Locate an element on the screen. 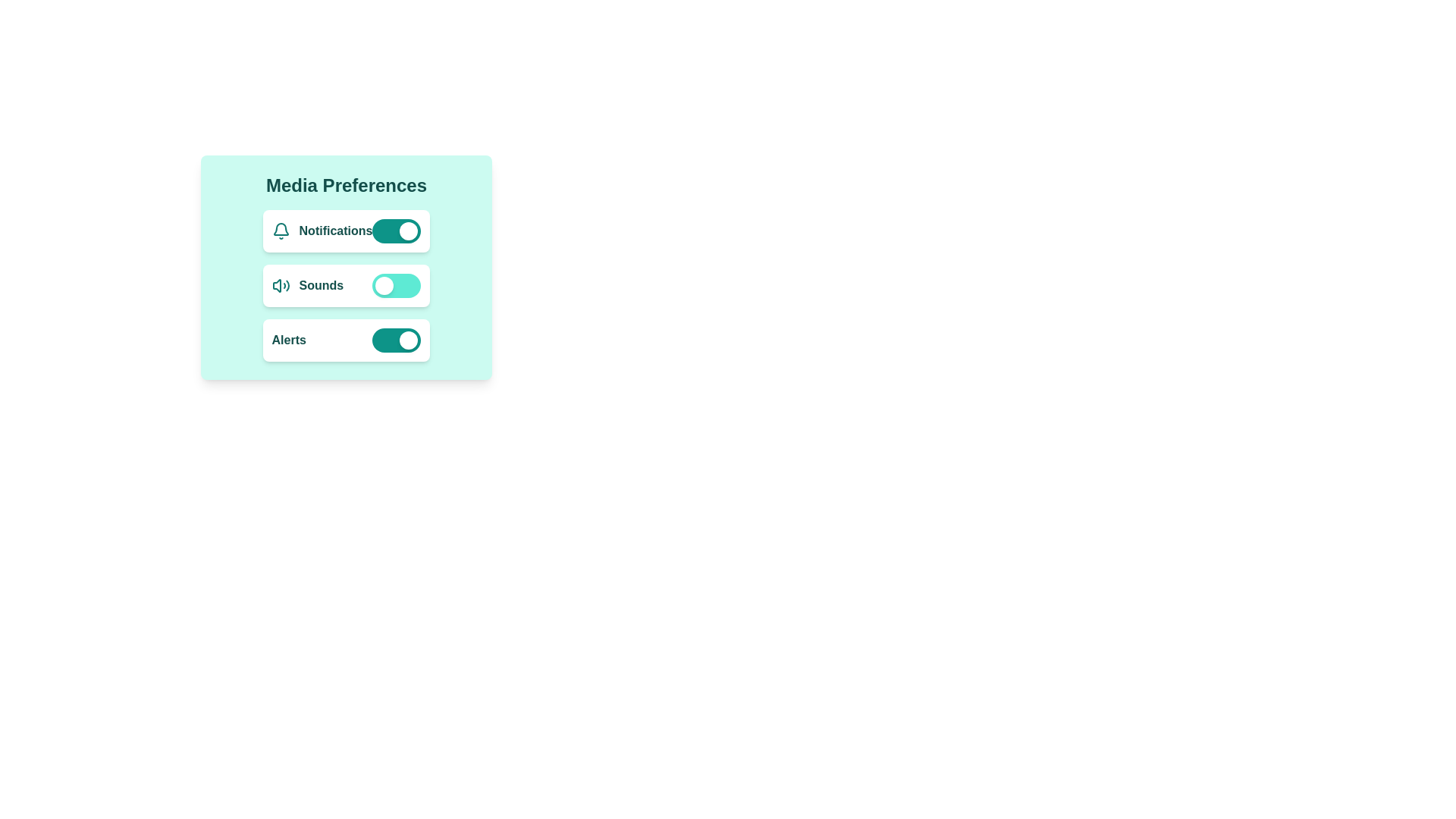 The image size is (1456, 819). the 'Alerts' text label which is part of the toggle control for notifications, located in the 'Media Preferences' section, to the left of the toggle switch is located at coordinates (289, 339).